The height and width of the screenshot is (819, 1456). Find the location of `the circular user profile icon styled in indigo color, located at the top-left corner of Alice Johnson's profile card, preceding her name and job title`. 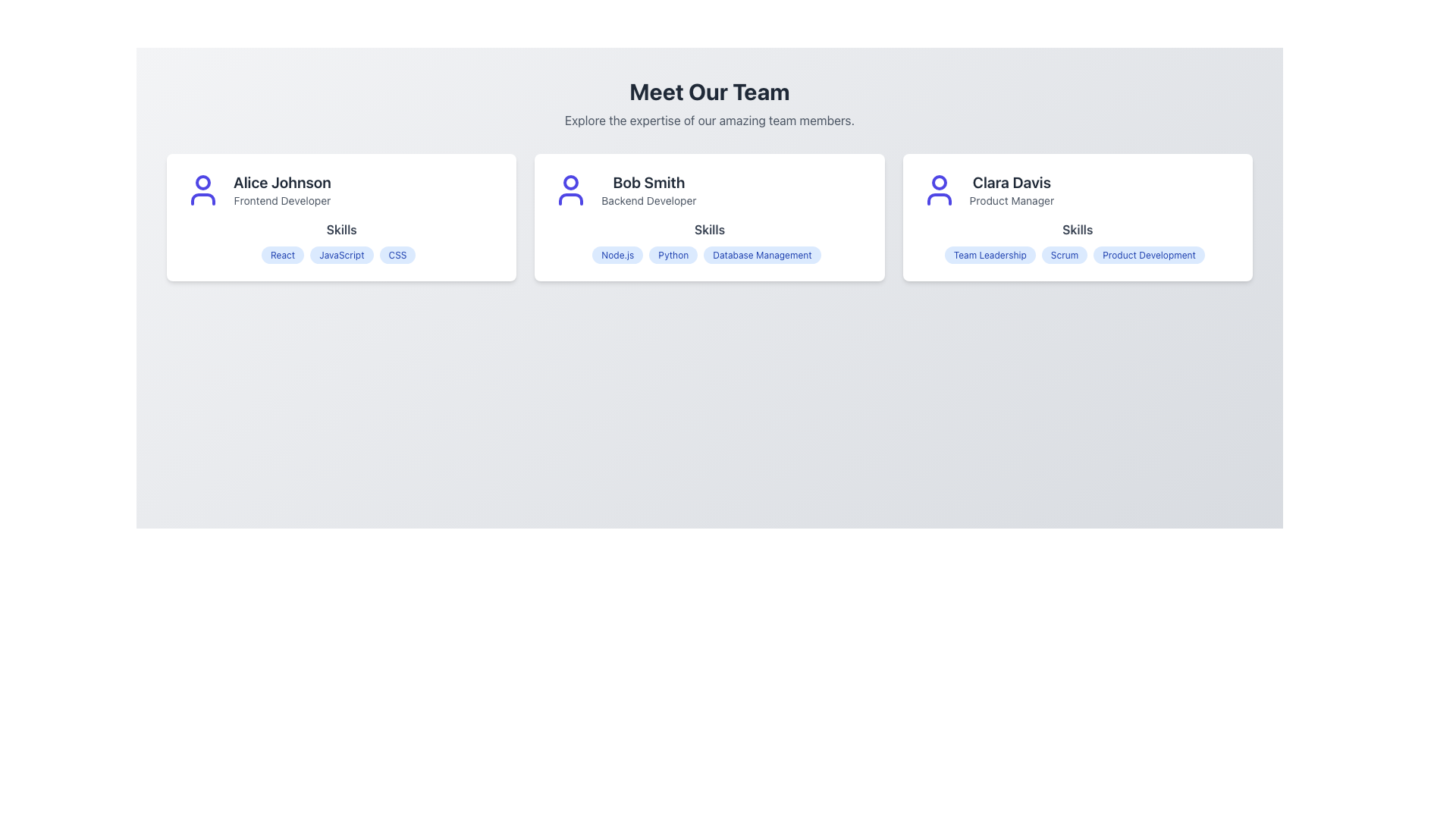

the circular user profile icon styled in indigo color, located at the top-left corner of Alice Johnson's profile card, preceding her name and job title is located at coordinates (202, 189).